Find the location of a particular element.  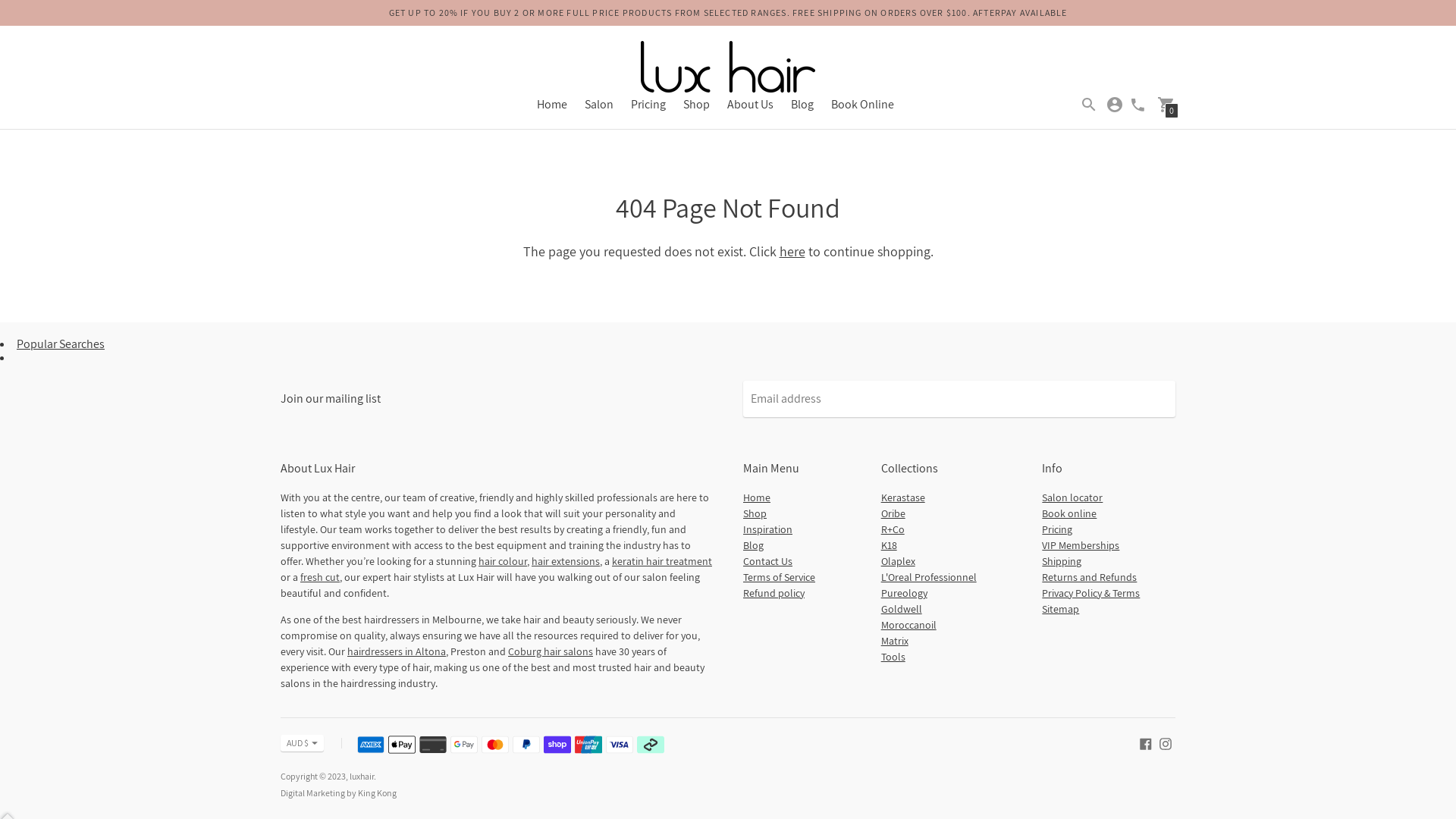

'Goldwell' is located at coordinates (902, 607).